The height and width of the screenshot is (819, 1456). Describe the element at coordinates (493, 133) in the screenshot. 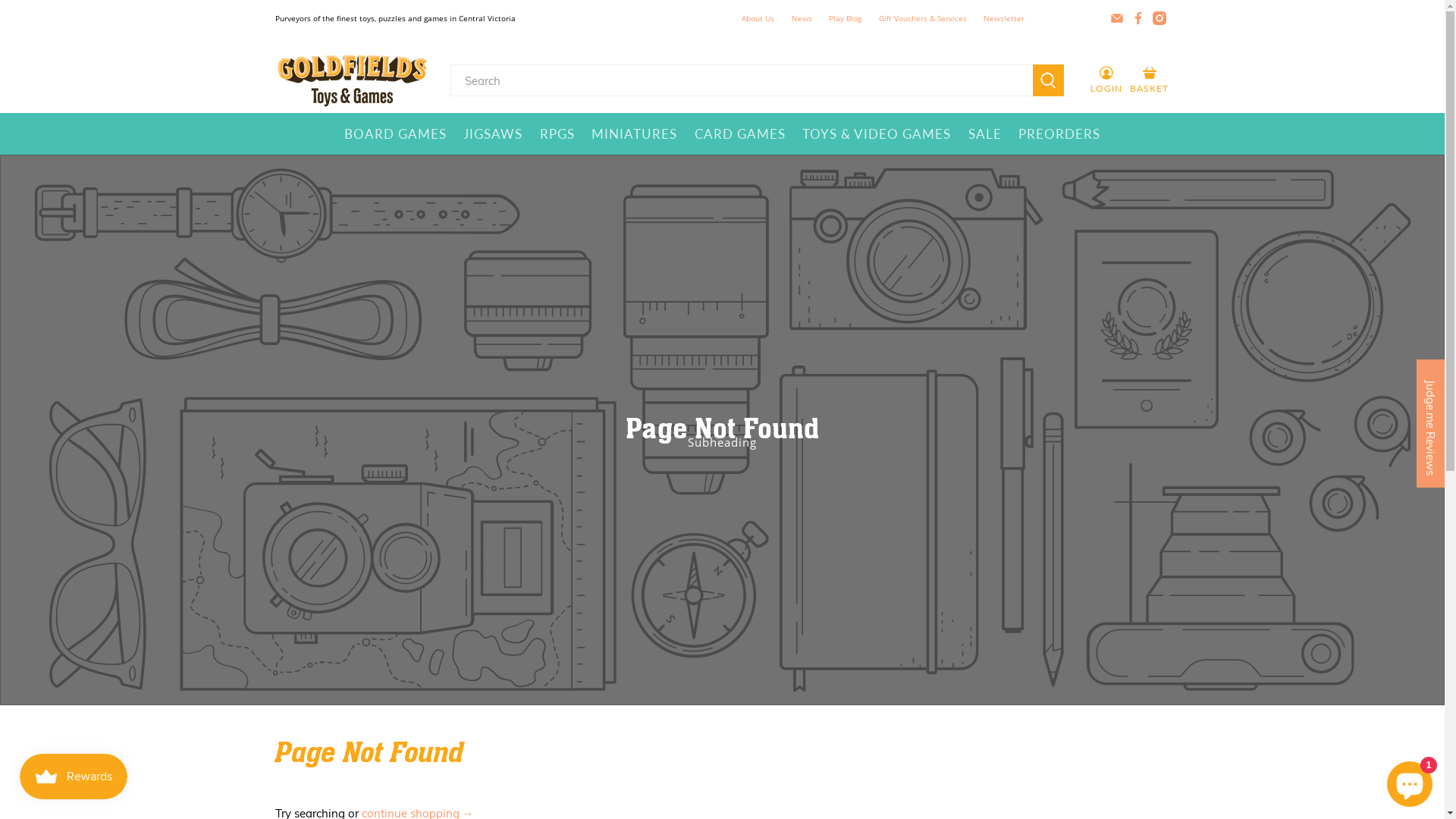

I see `'JIGSAWS'` at that location.